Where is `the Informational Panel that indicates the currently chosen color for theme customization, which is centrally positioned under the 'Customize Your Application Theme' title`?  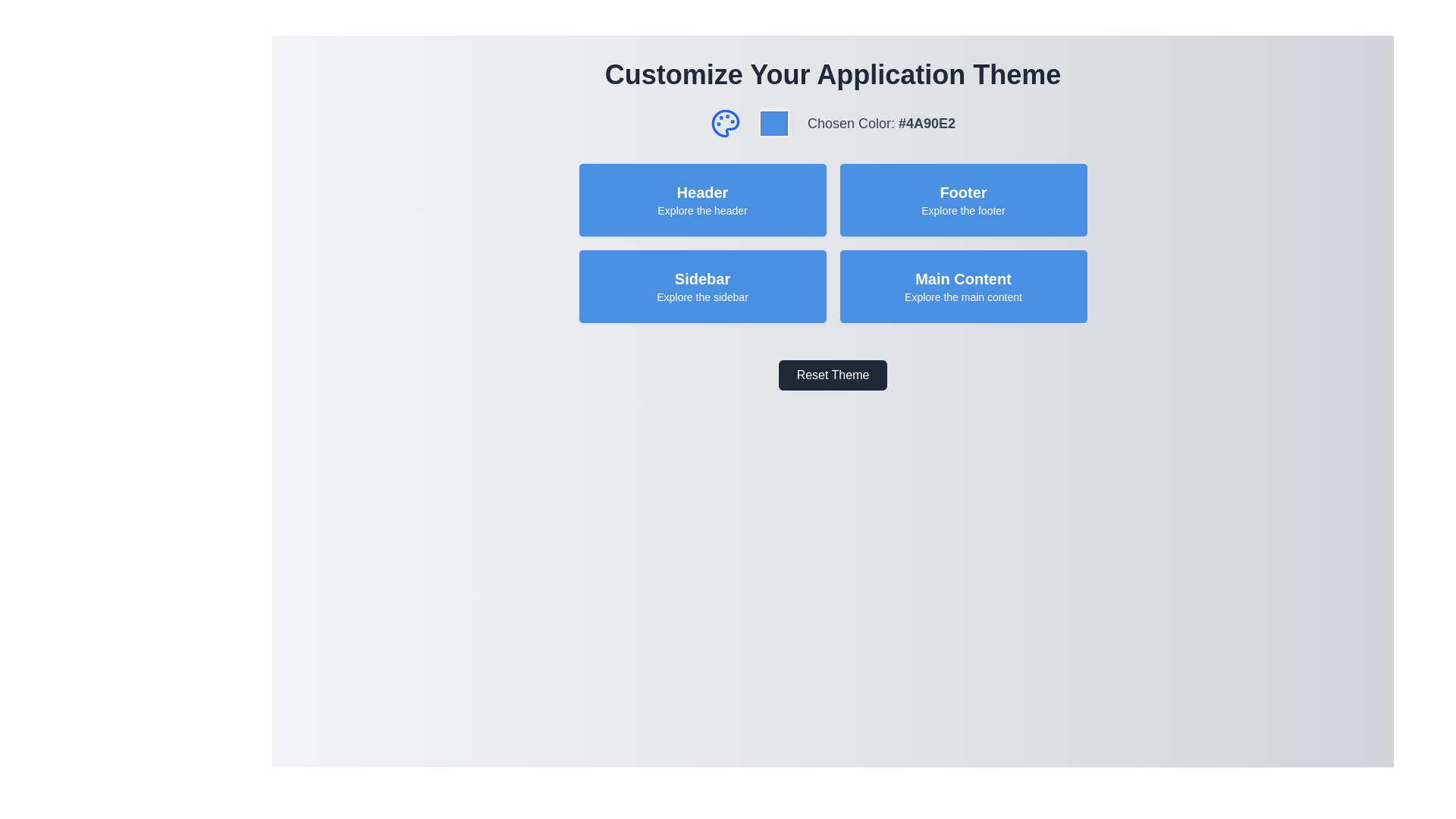 the Informational Panel that indicates the currently chosen color for theme customization, which is centrally positioned under the 'Customize Your Application Theme' title is located at coordinates (832, 122).